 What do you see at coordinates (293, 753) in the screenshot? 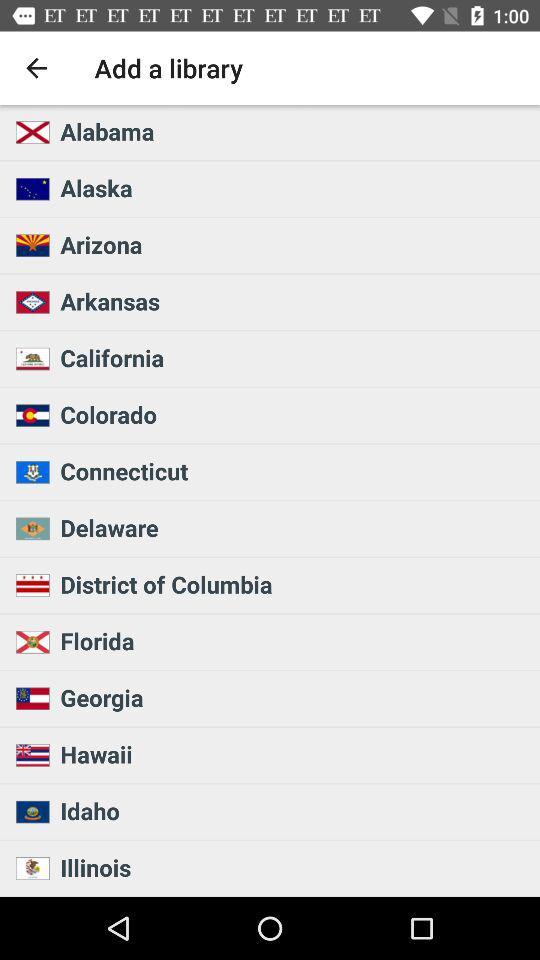
I see `icon above the idaho icon` at bounding box center [293, 753].